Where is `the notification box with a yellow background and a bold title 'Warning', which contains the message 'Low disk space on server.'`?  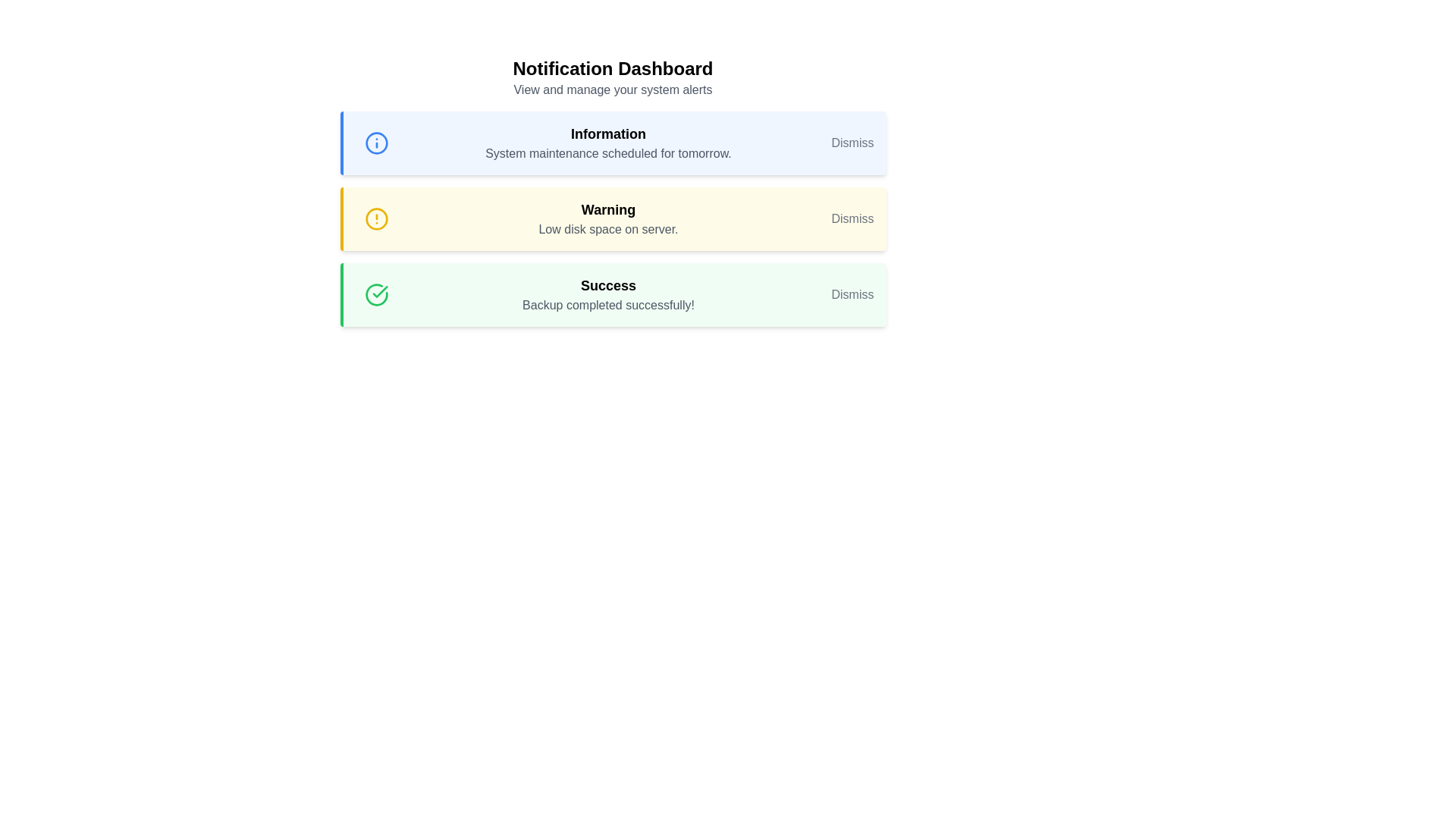 the notification box with a yellow background and a bold title 'Warning', which contains the message 'Low disk space on server.' is located at coordinates (613, 219).